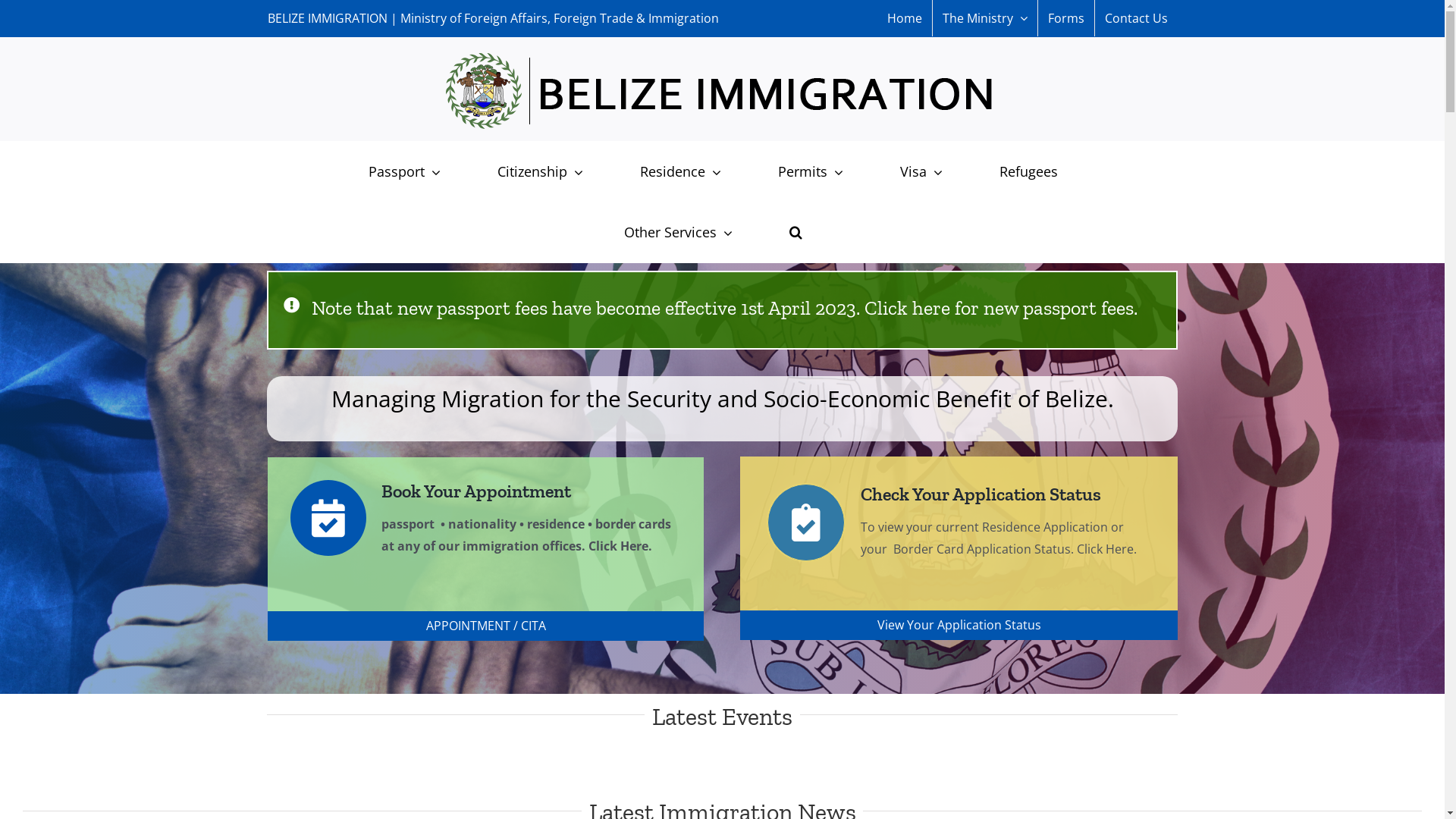  Describe the element at coordinates (1065, 17) in the screenshot. I see `'Forms'` at that location.